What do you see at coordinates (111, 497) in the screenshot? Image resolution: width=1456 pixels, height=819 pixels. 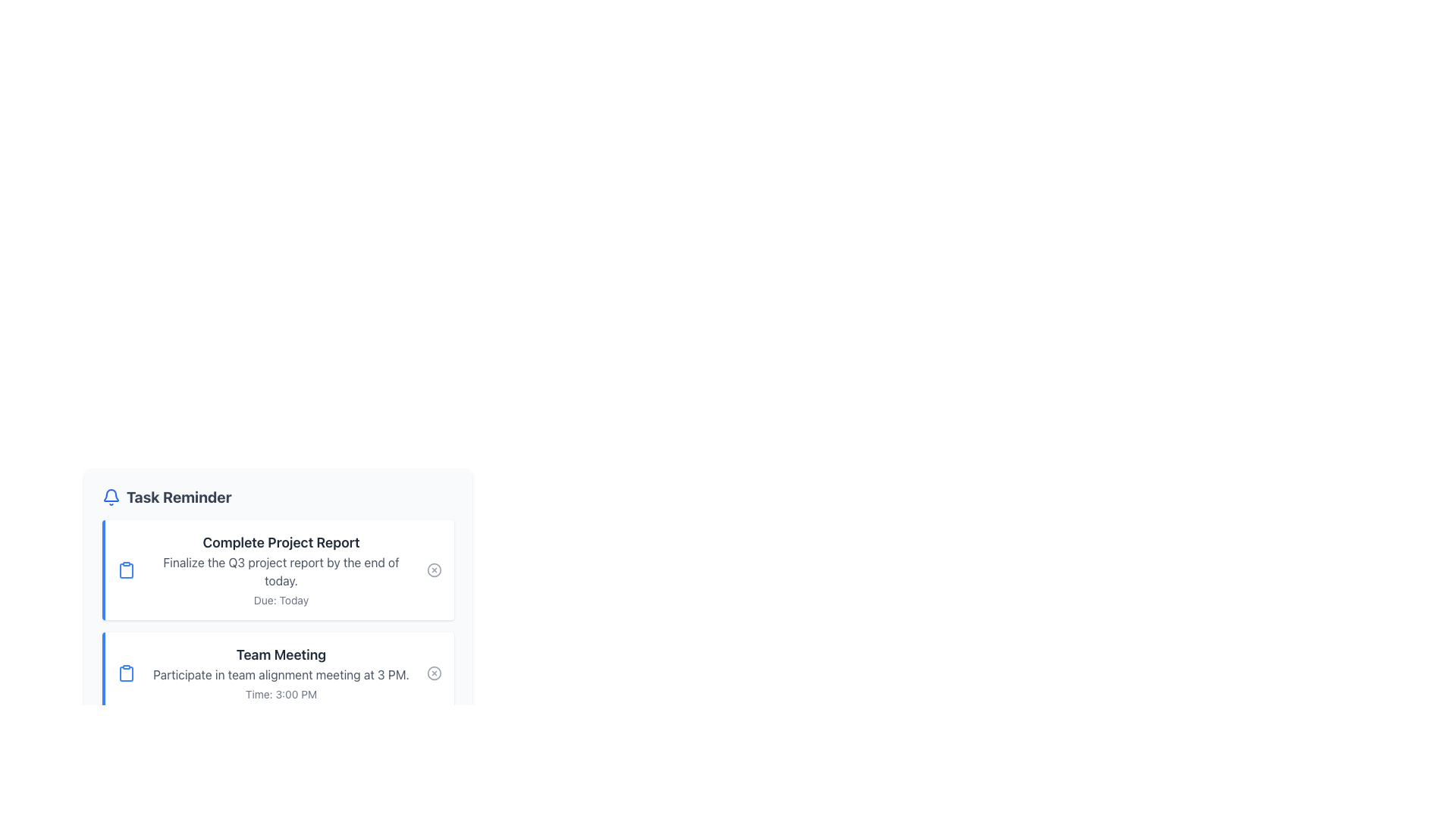 I see `the bell icon with a blue outline located next to the text 'Task Reminder'` at bounding box center [111, 497].